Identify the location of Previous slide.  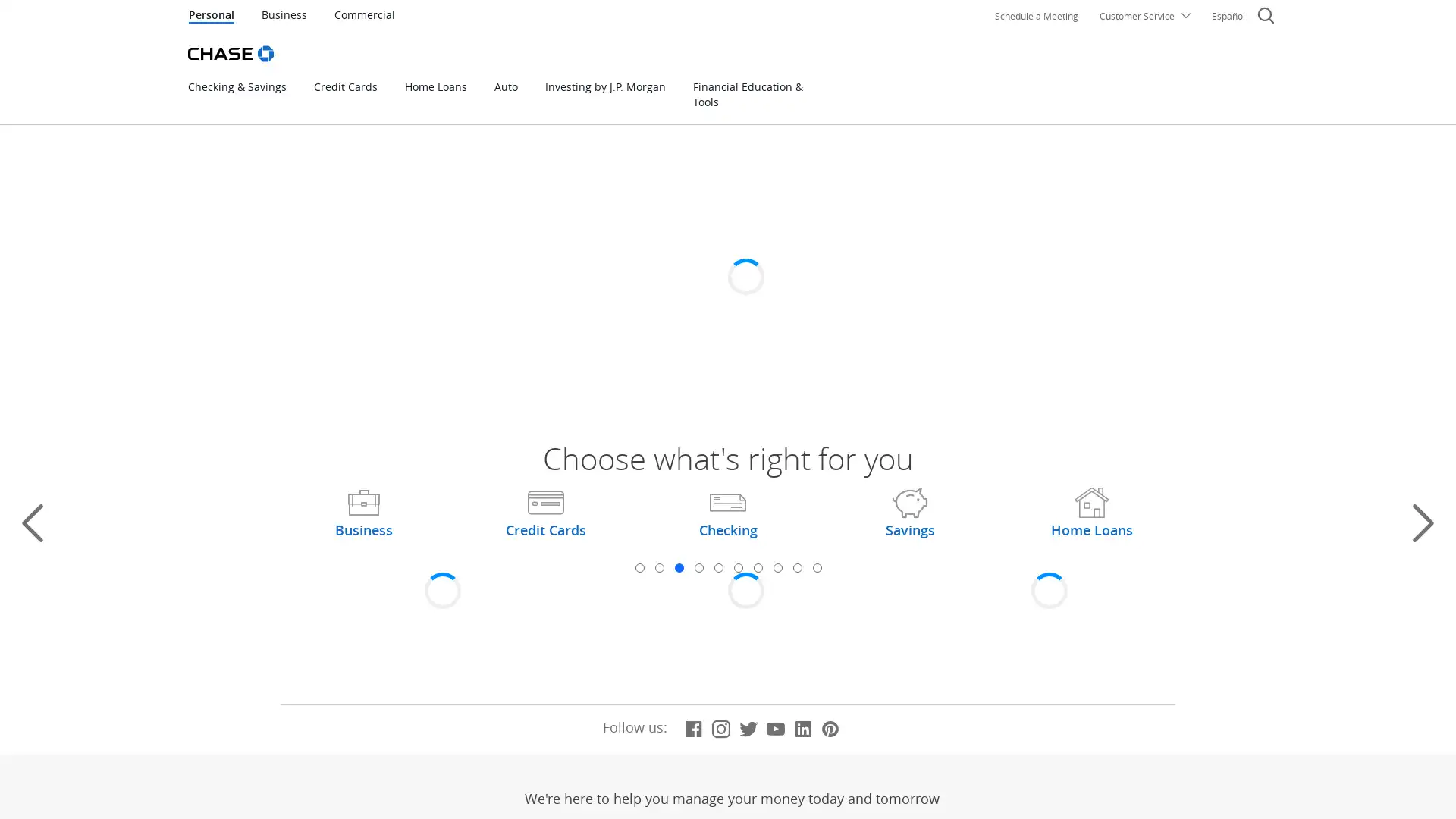
(33, 522).